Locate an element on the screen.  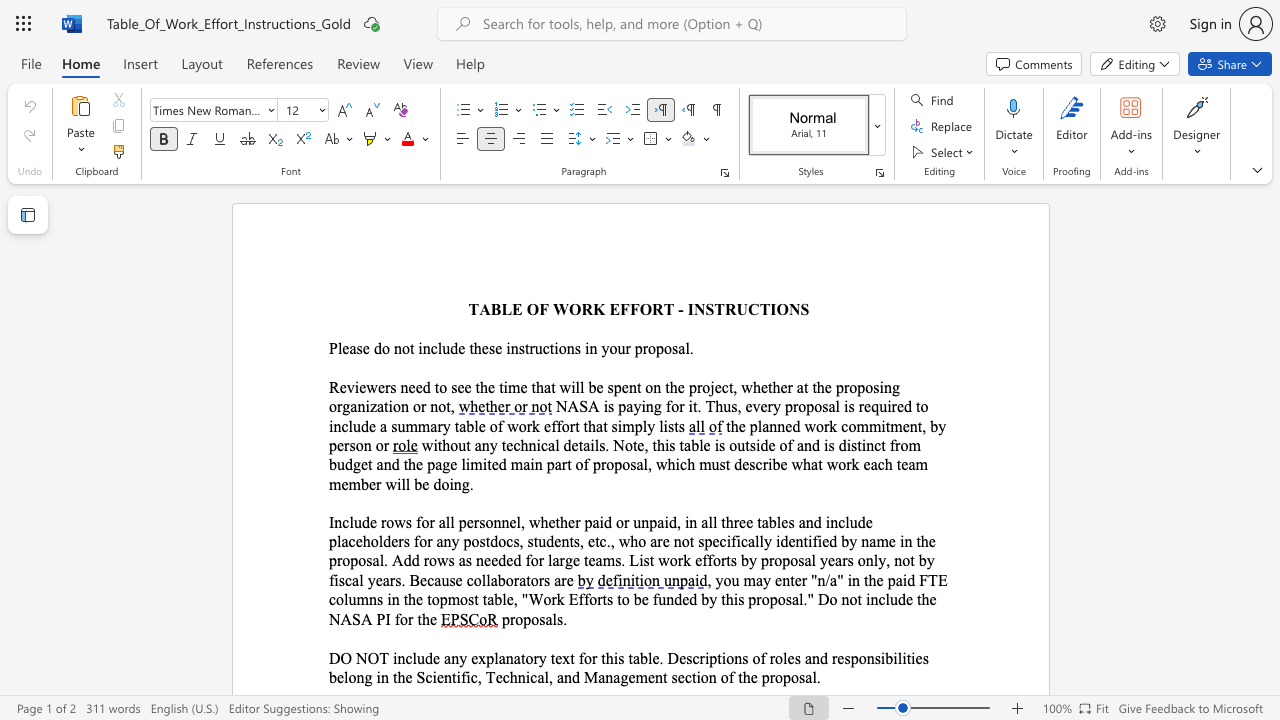
the subset text "t. Thus, eve" within the text "NASA is paying for it. Thus, every proposal is" is located at coordinates (692, 405).